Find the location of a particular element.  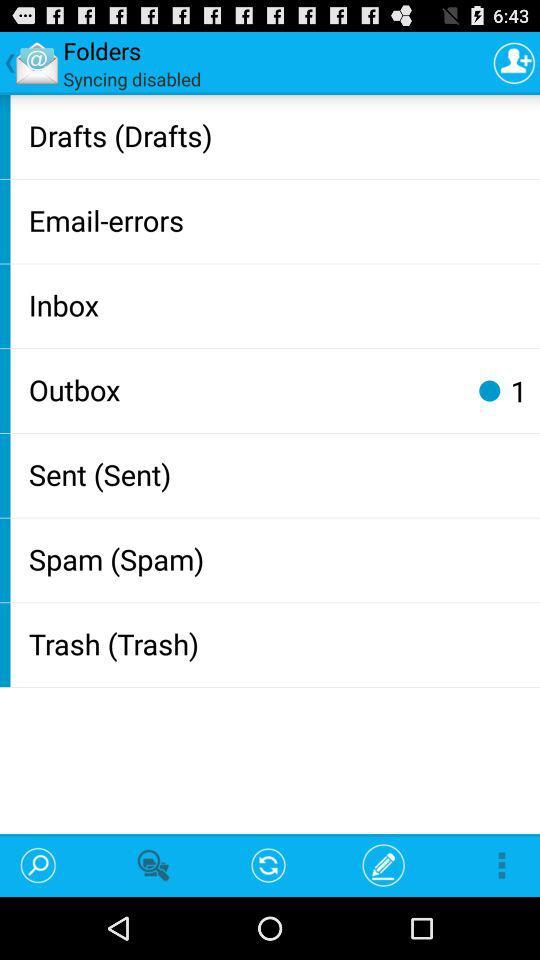

a recipient is located at coordinates (514, 62).